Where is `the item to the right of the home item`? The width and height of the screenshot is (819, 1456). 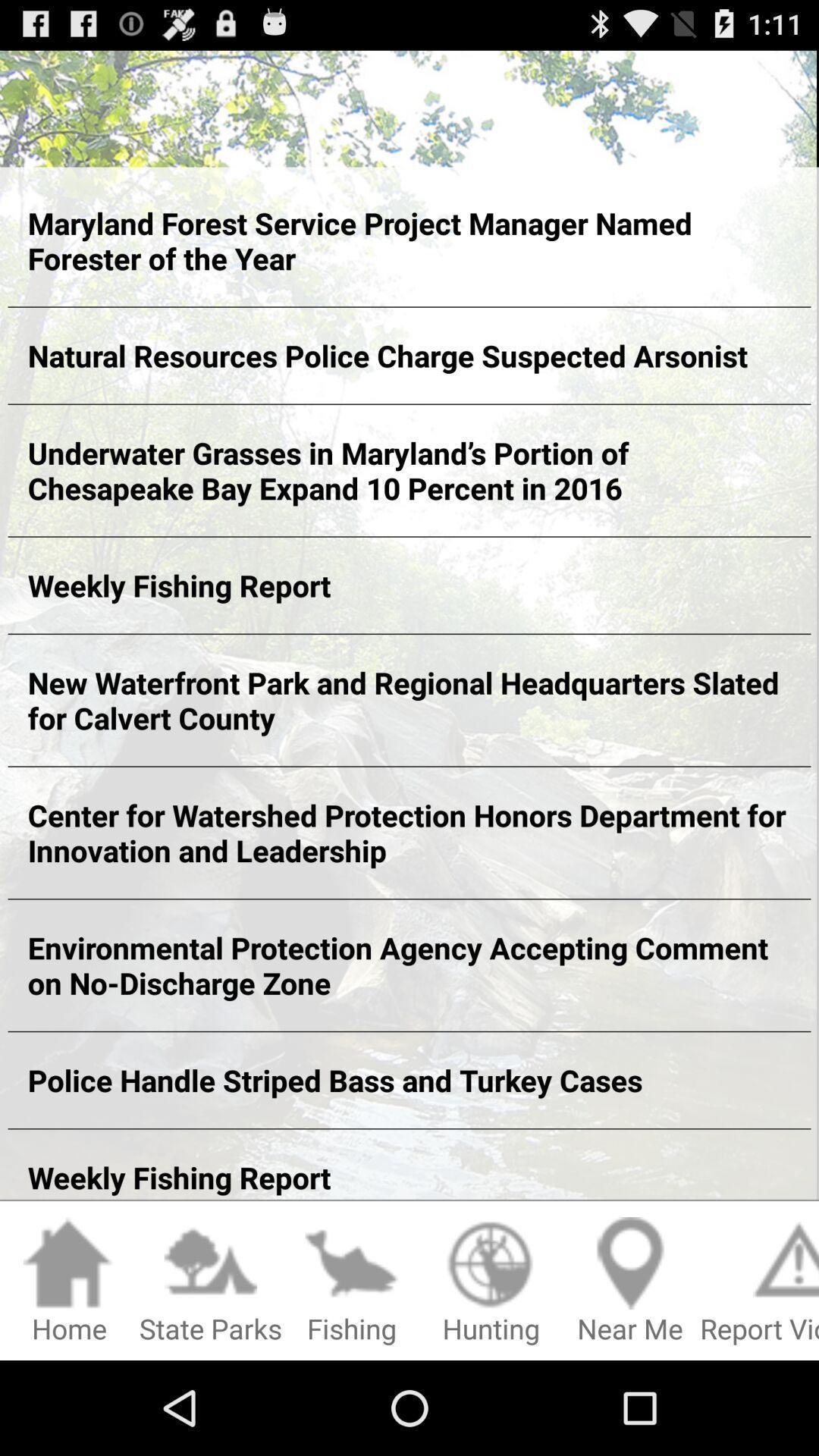
the item to the right of the home item is located at coordinates (210, 1281).